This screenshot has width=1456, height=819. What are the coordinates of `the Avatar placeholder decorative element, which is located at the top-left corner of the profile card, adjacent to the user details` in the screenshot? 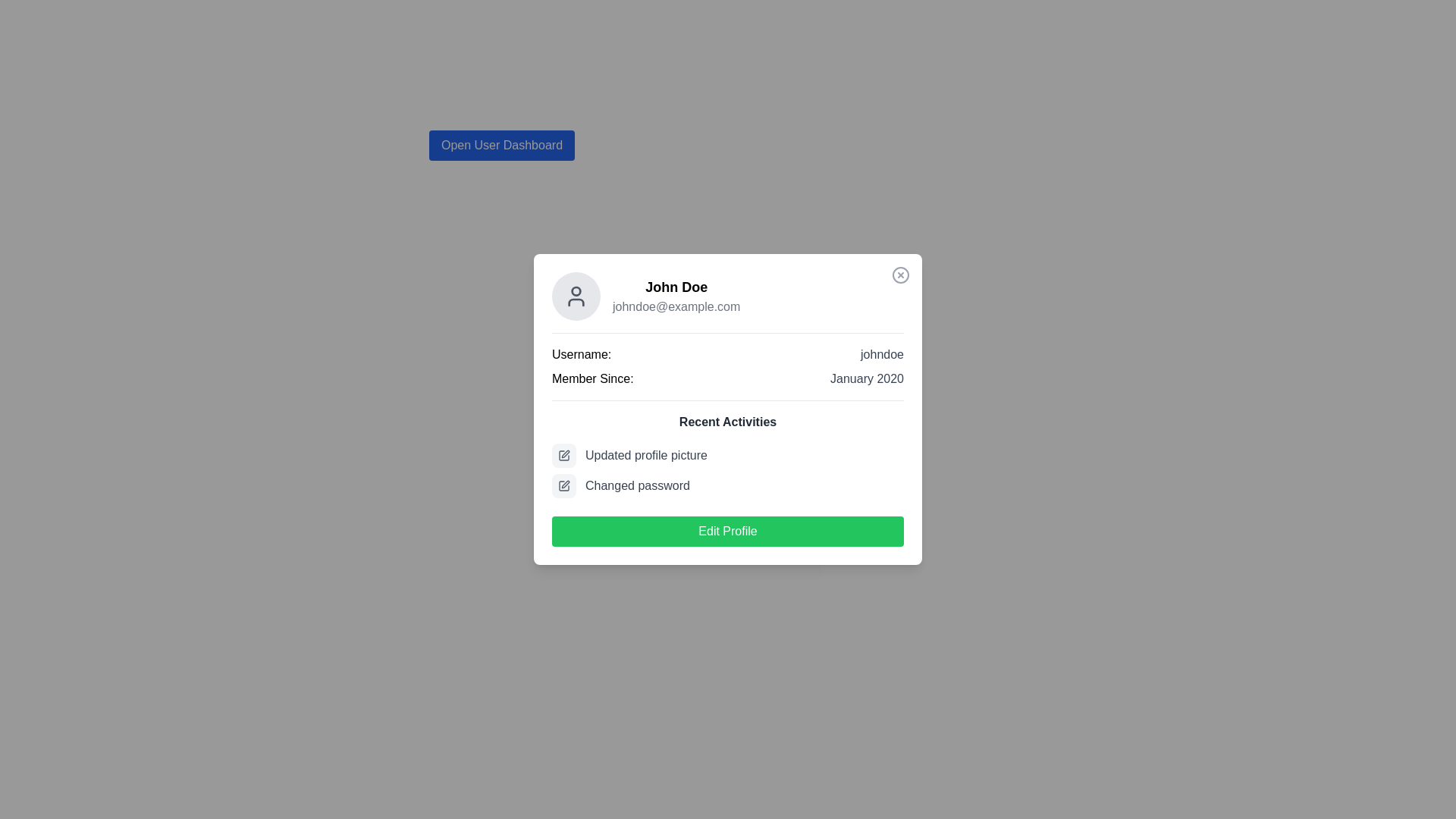 It's located at (575, 296).